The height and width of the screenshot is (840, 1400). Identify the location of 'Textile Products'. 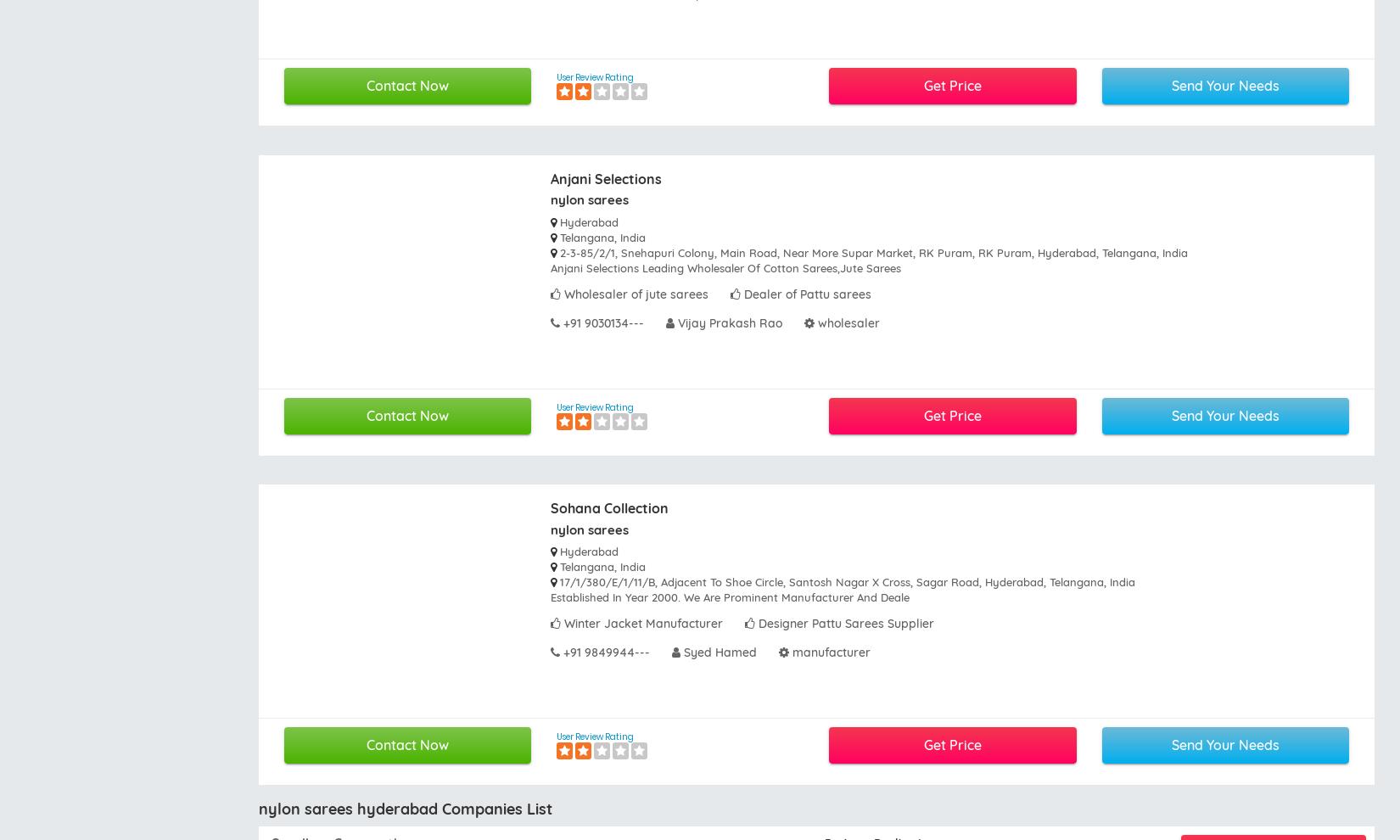
(1028, 574).